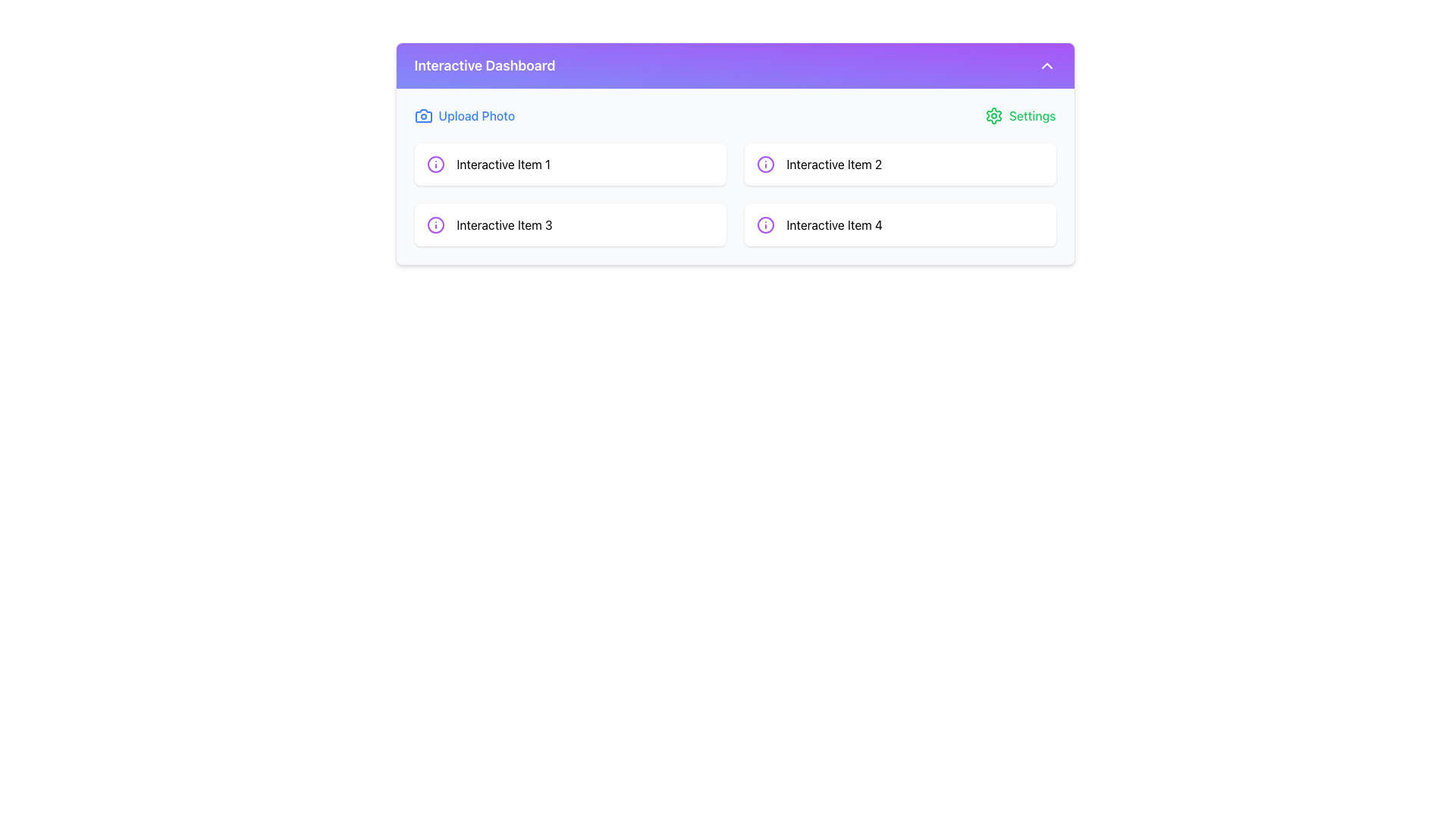 The width and height of the screenshot is (1456, 819). I want to click on on the informative Card element located in the bottom-left corner of the grid layout, specifically the third item below 'Interactive Item 1', so click(570, 225).